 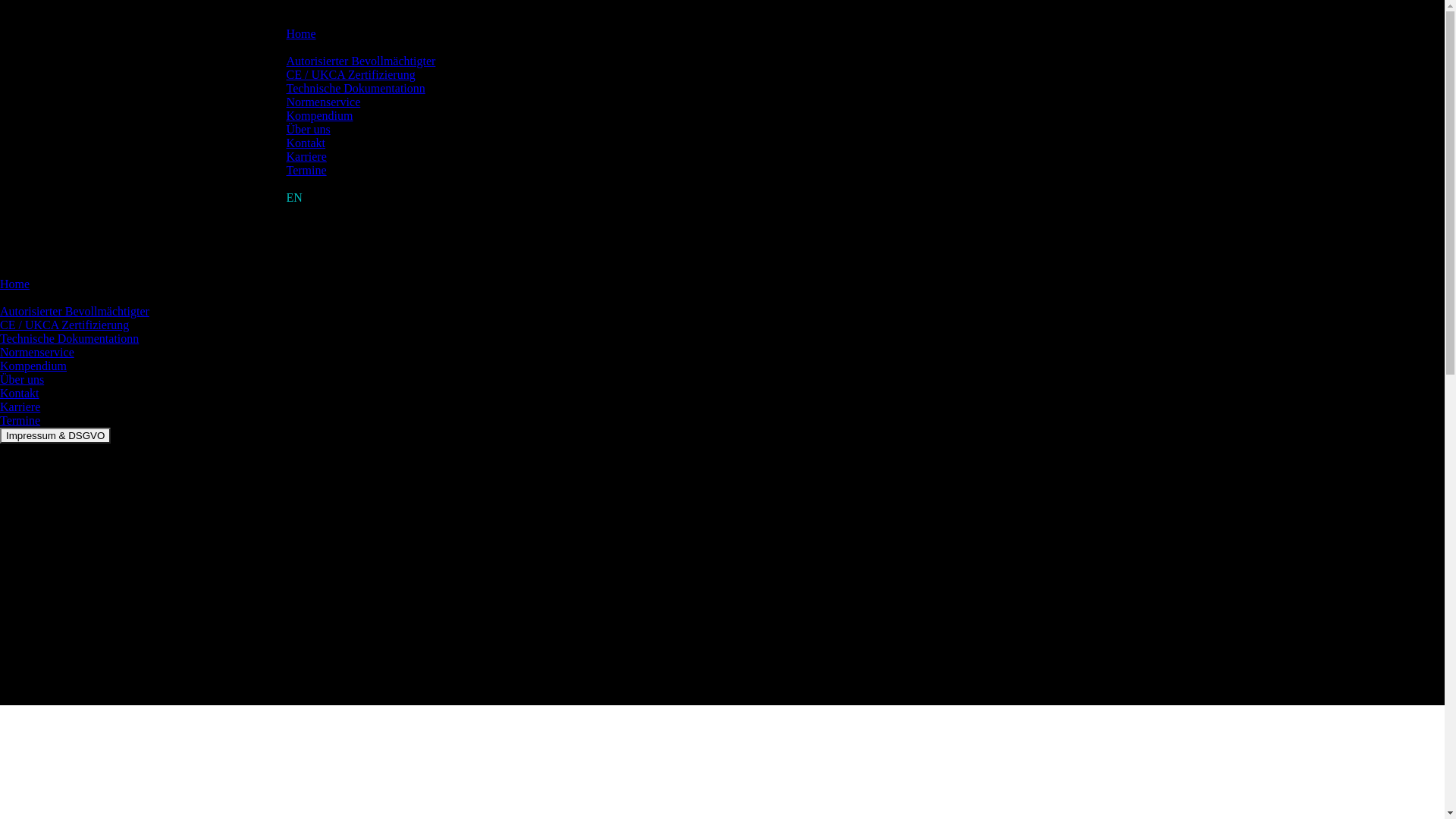 I want to click on 'EN', so click(x=294, y=196).